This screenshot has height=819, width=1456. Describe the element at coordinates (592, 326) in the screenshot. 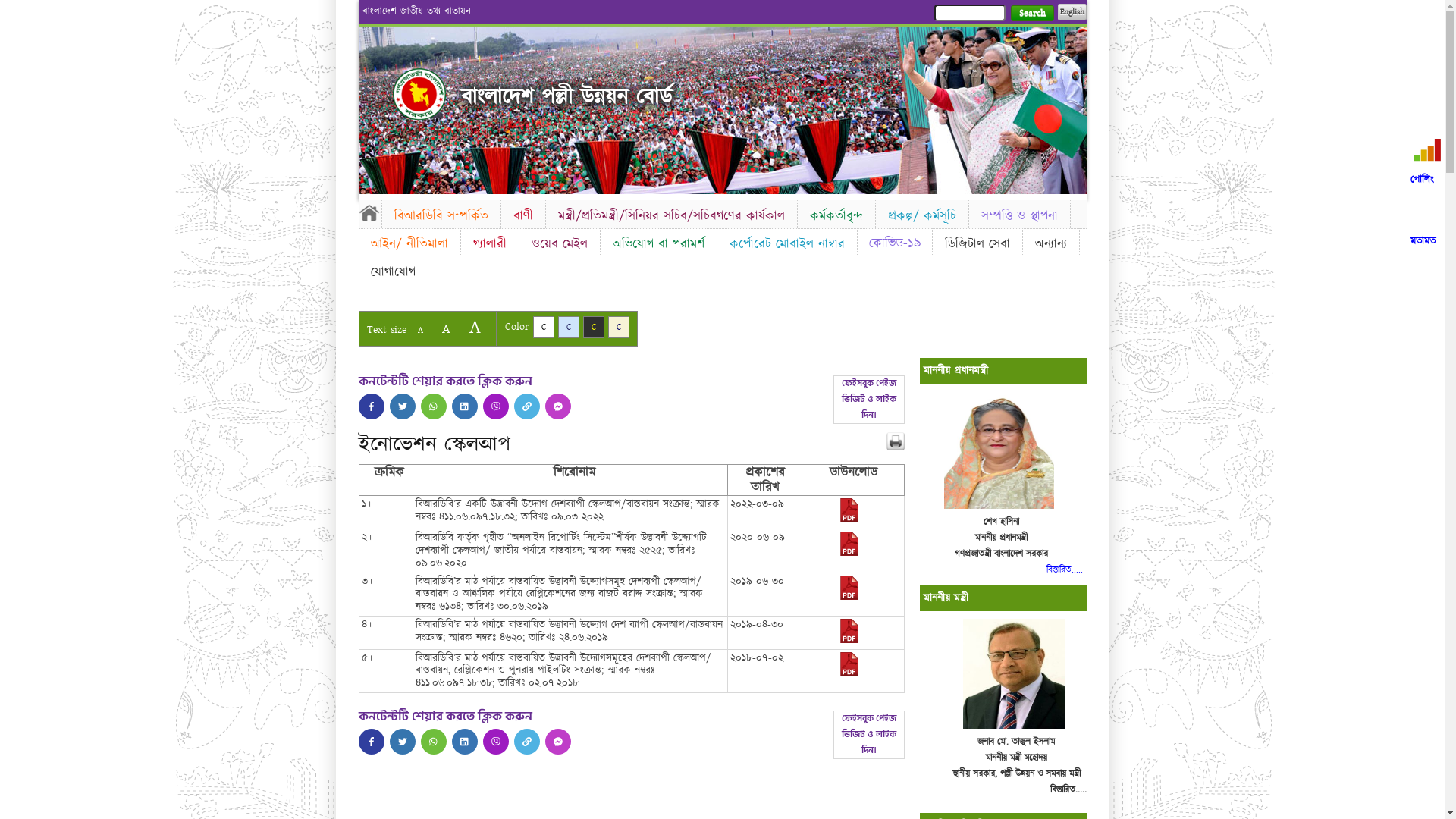

I see `'C'` at that location.